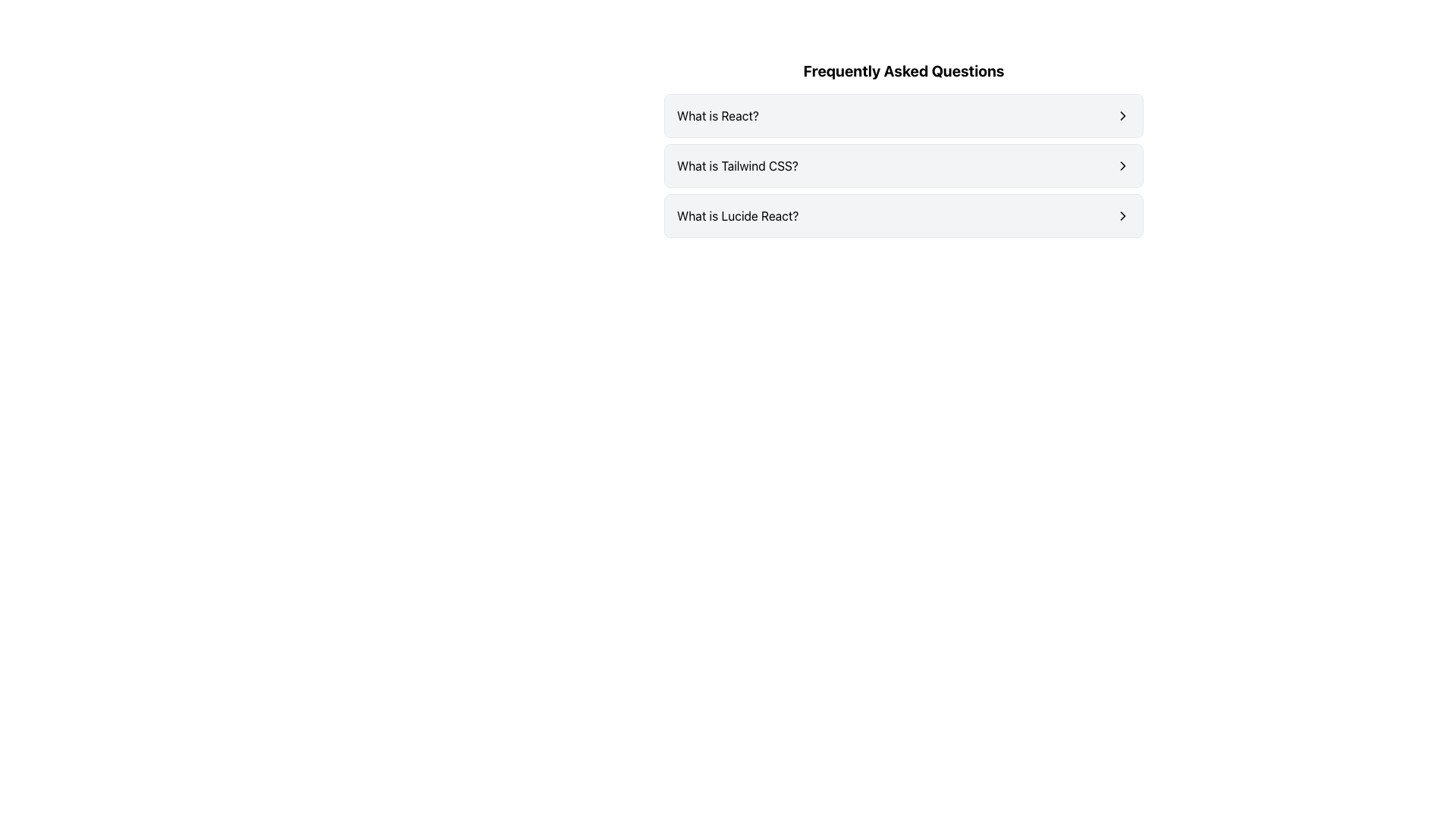  What do you see at coordinates (1123, 166) in the screenshot?
I see `the small right-pointing chevron icon with a black stroke on a light gray background, located at the far right of the list item 'What is Tailwind CSS?'` at bounding box center [1123, 166].